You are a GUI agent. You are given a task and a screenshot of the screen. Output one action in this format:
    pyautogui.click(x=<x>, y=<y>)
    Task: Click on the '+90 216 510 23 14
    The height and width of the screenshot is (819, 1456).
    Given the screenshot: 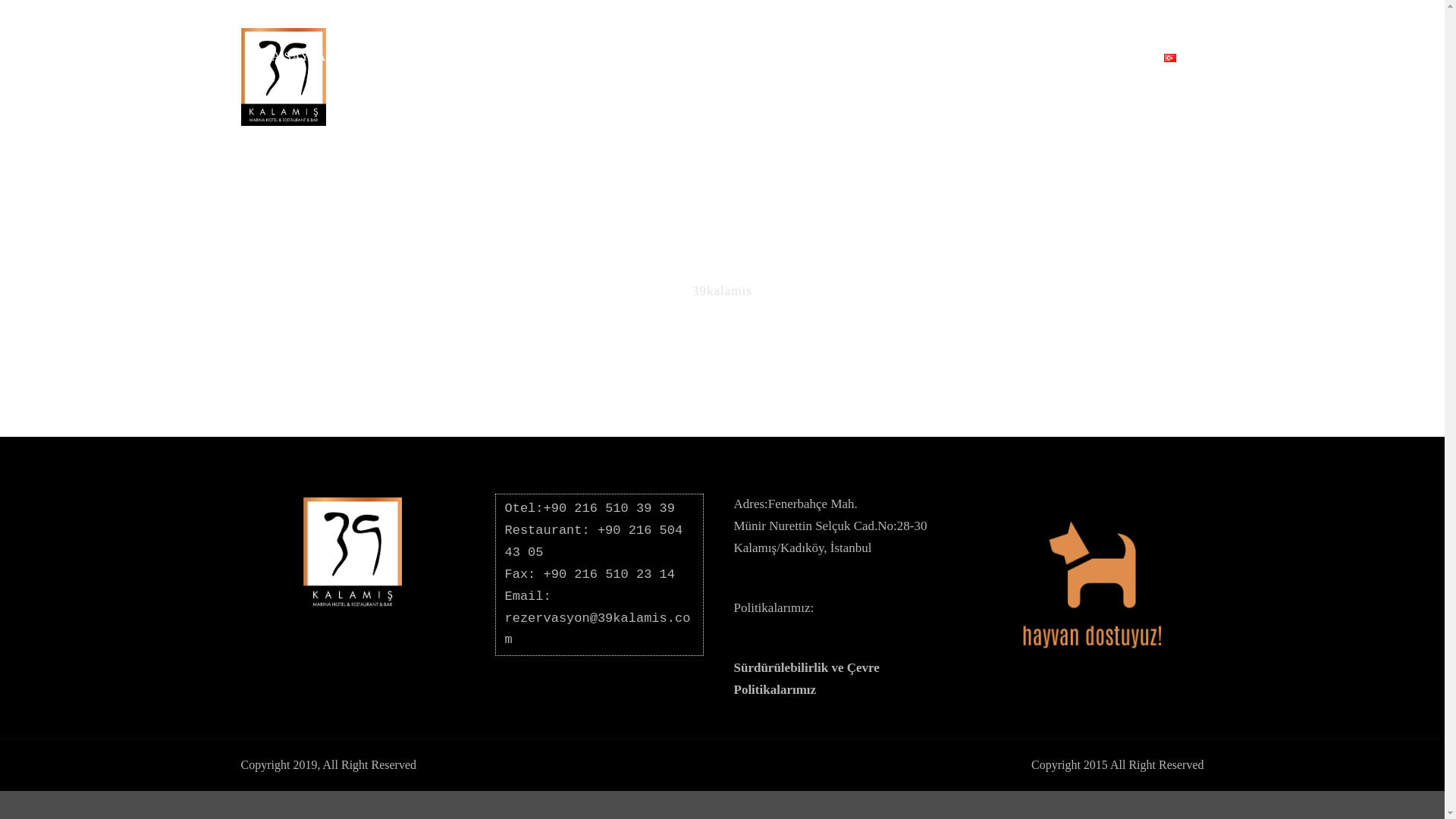 What is the action you would take?
    pyautogui.click(x=588, y=584)
    